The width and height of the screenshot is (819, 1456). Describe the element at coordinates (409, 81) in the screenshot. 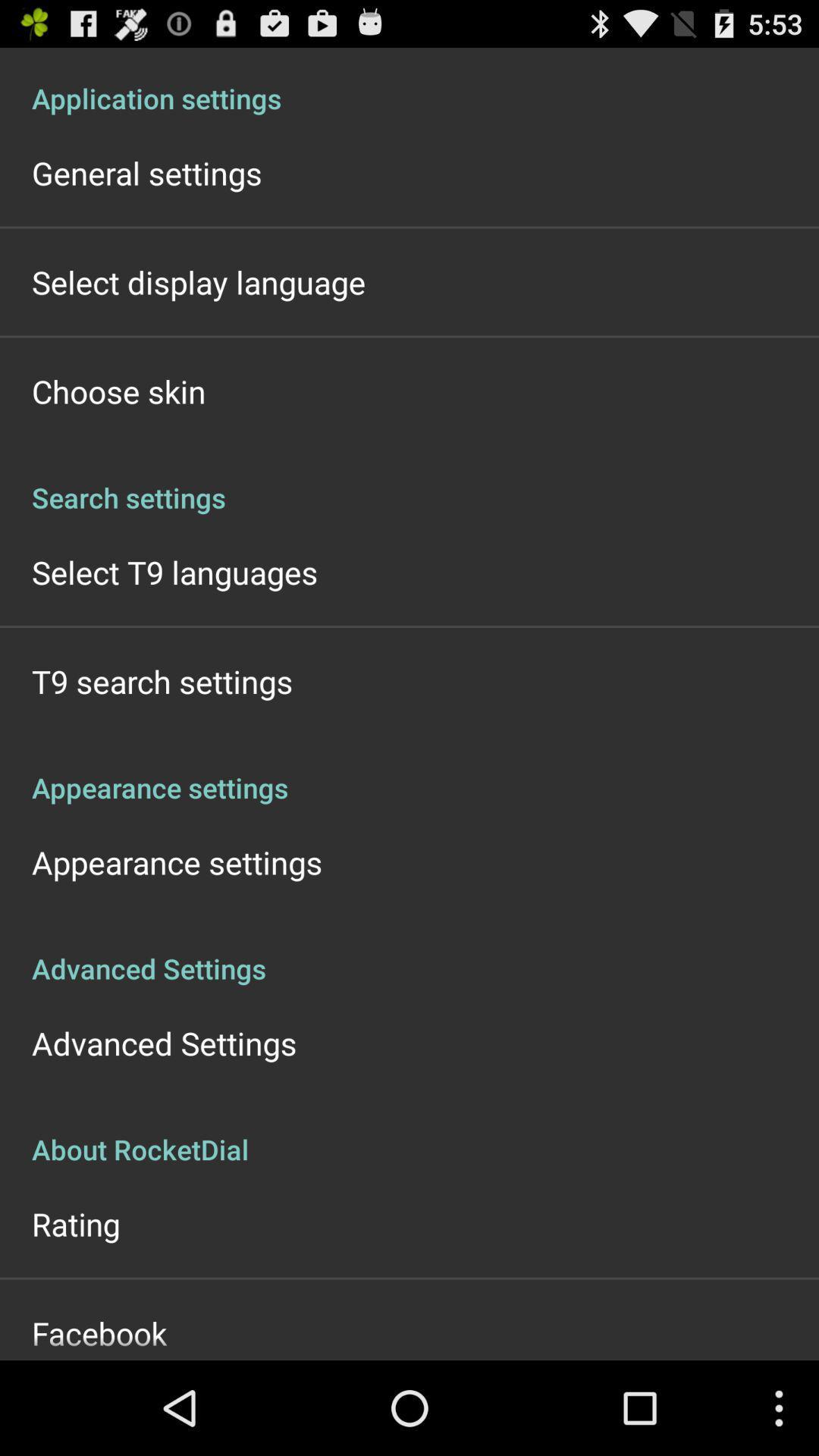

I see `app above the general settings icon` at that location.